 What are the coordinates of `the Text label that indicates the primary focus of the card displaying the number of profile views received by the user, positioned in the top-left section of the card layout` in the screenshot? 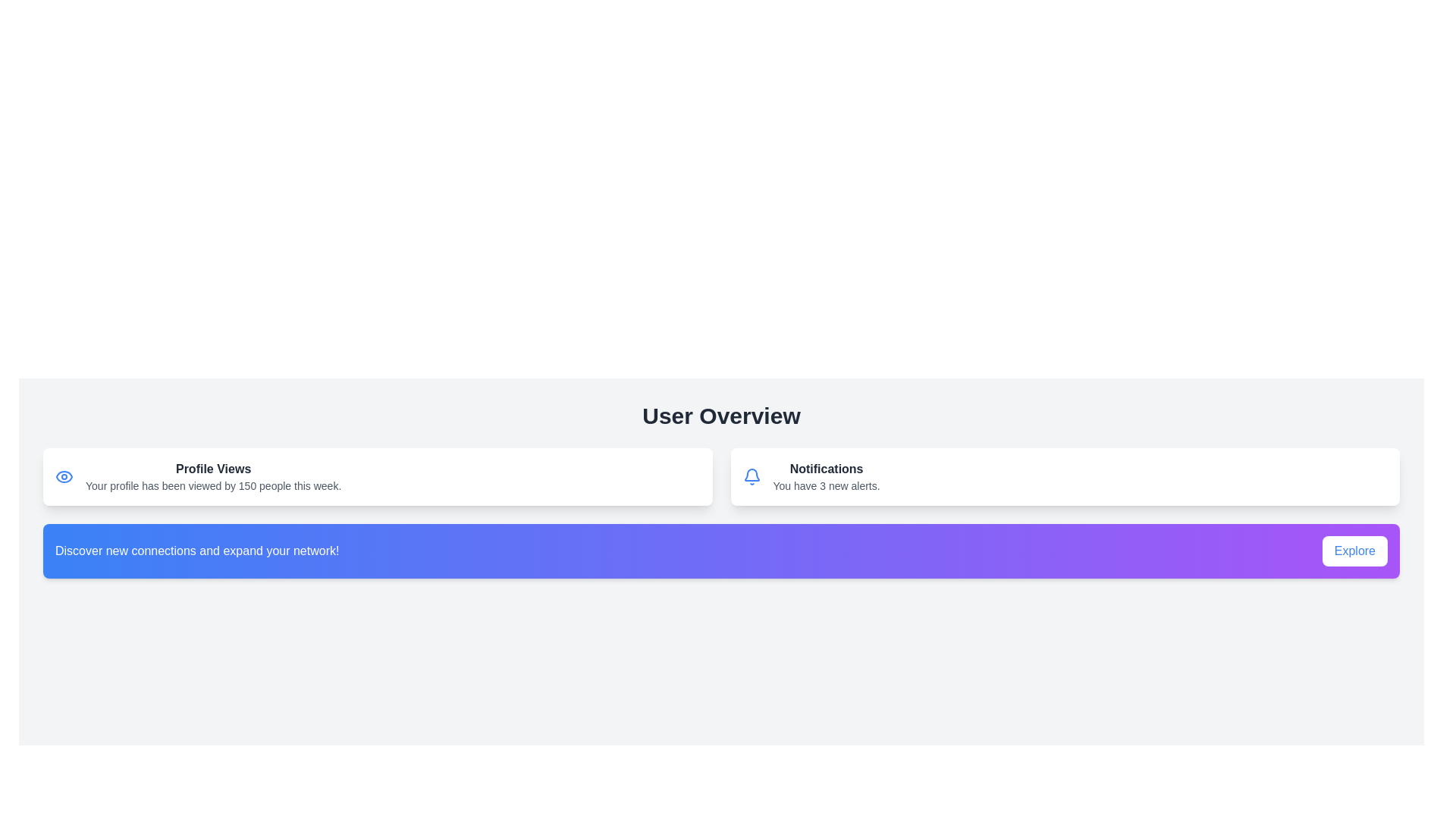 It's located at (212, 468).